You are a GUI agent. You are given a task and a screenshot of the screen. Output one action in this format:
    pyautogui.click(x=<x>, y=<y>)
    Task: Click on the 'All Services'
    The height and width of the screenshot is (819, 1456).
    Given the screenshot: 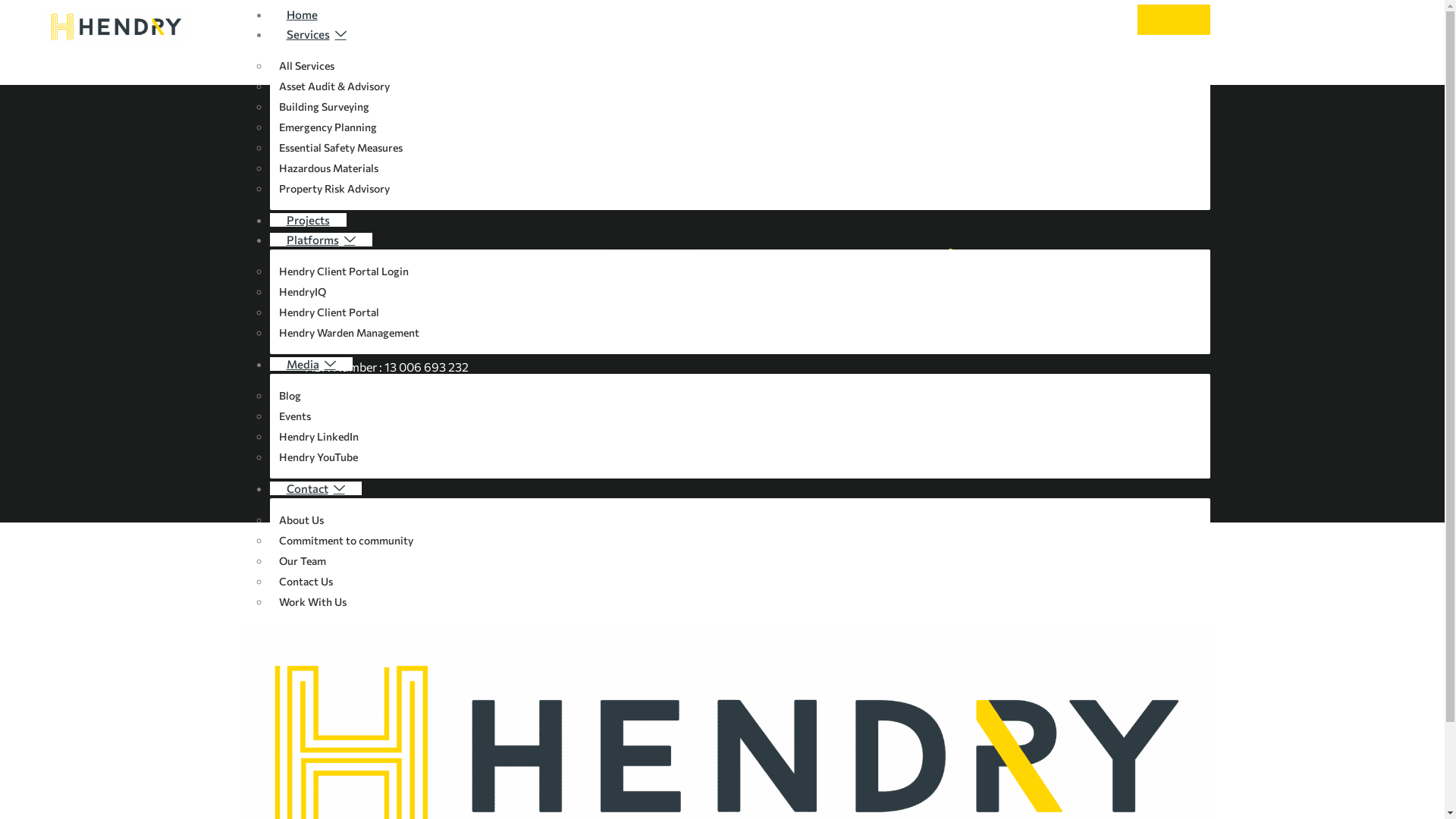 What is the action you would take?
    pyautogui.click(x=305, y=64)
    